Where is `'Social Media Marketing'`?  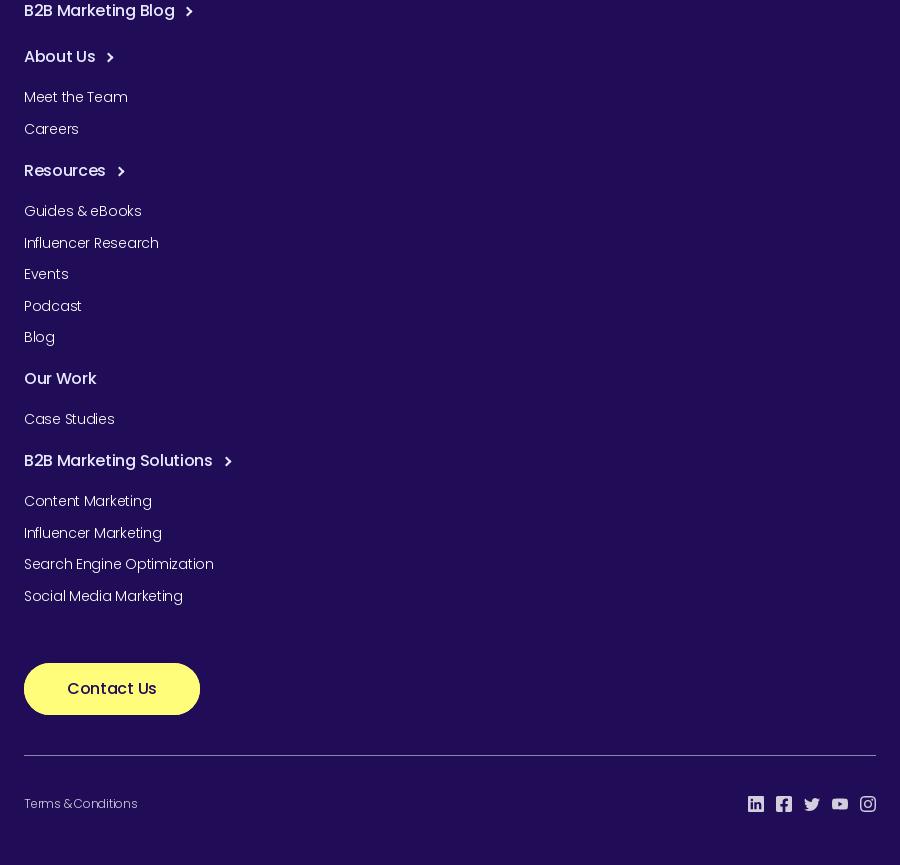 'Social Media Marketing' is located at coordinates (101, 595).